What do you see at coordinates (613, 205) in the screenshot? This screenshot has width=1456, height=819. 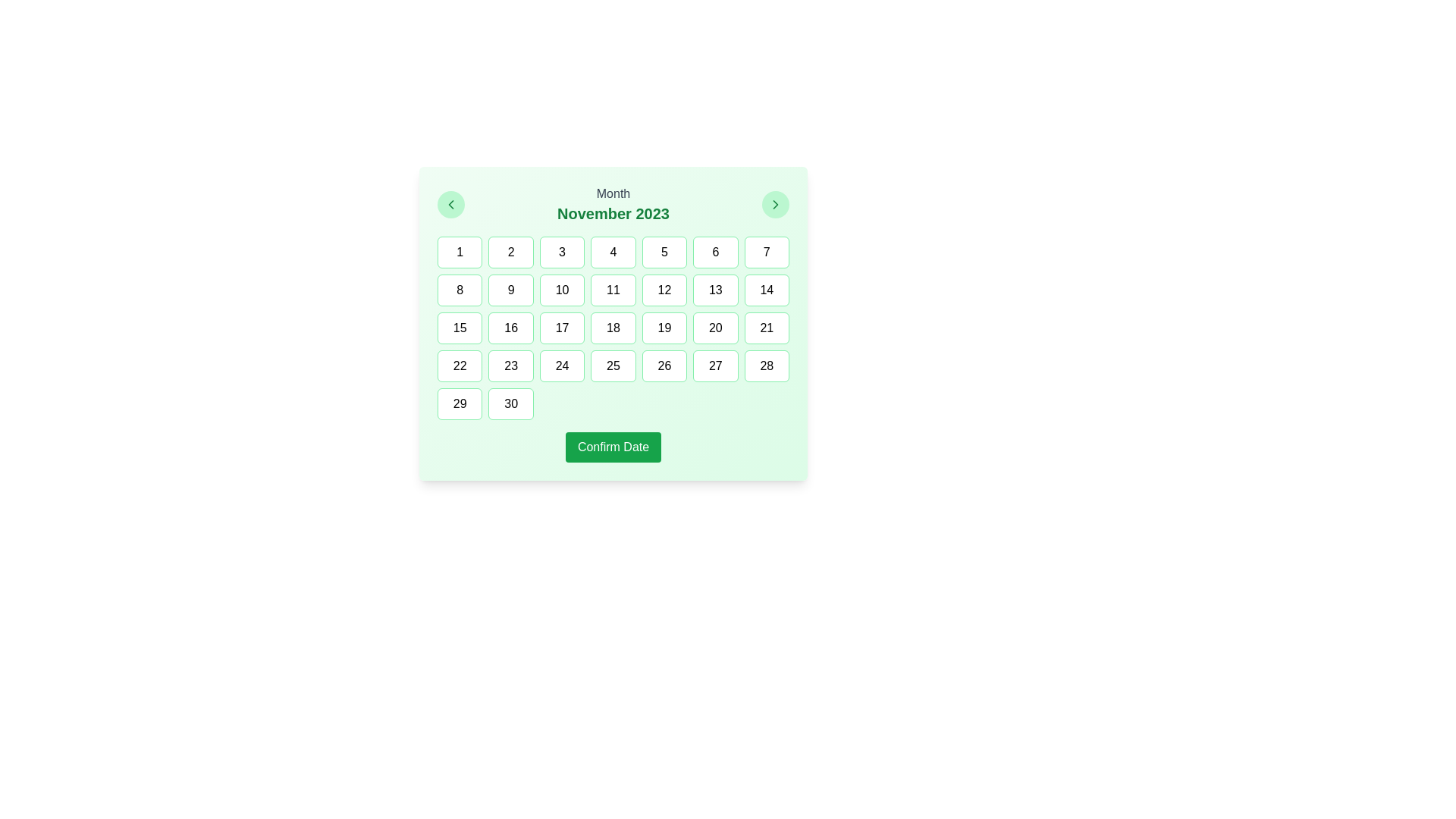 I see `the static text display showing 'November 2023', which is centrally aligned and positioned at the top-center of the calendar component, between the left and right arrow buttons` at bounding box center [613, 205].